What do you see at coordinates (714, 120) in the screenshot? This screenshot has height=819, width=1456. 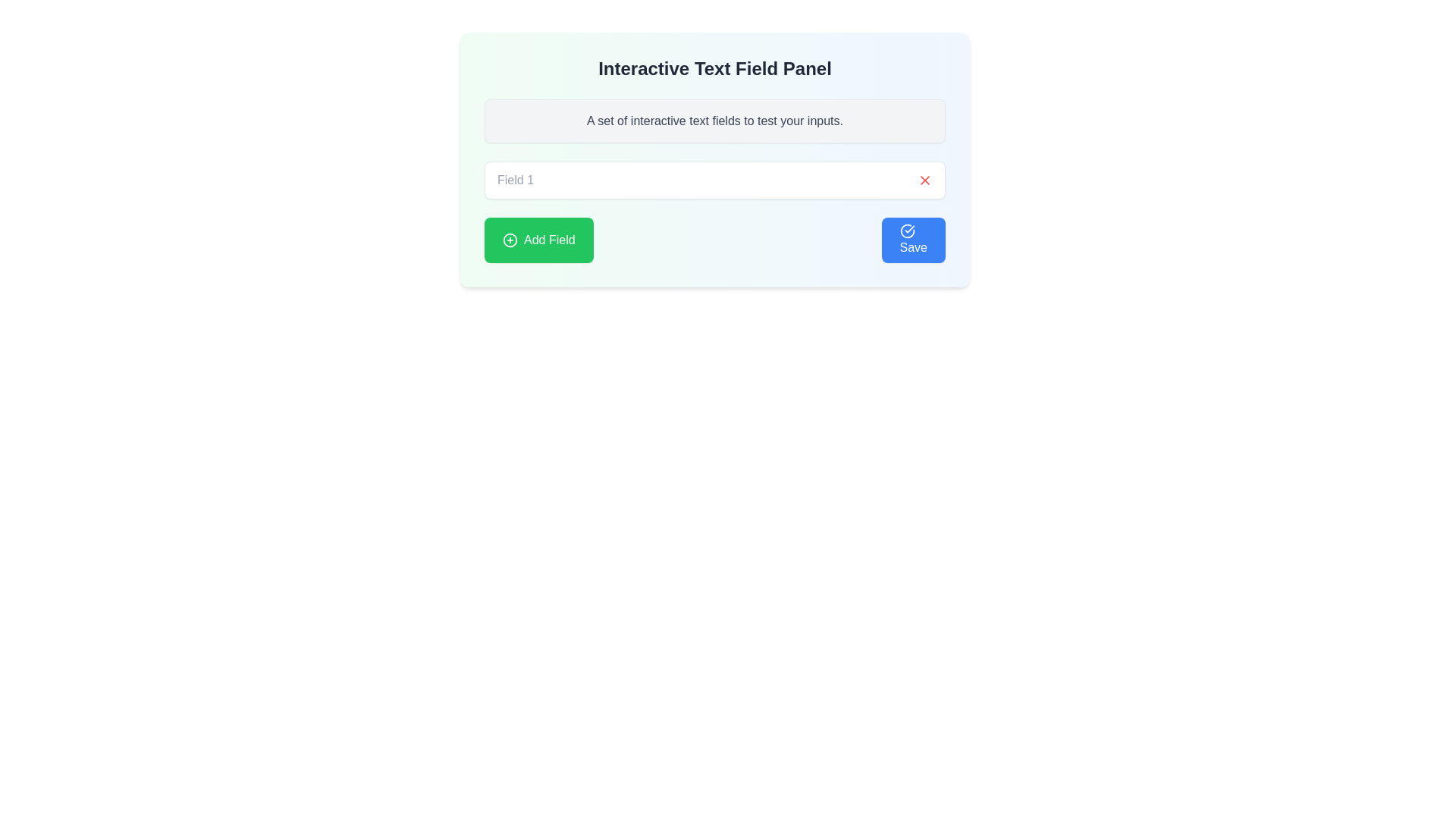 I see `the static text content that provides descriptive information about the interactive text fields, located below the title 'Interactive Text Field Panel' and above the input field labeled 'Field 1'` at bounding box center [714, 120].